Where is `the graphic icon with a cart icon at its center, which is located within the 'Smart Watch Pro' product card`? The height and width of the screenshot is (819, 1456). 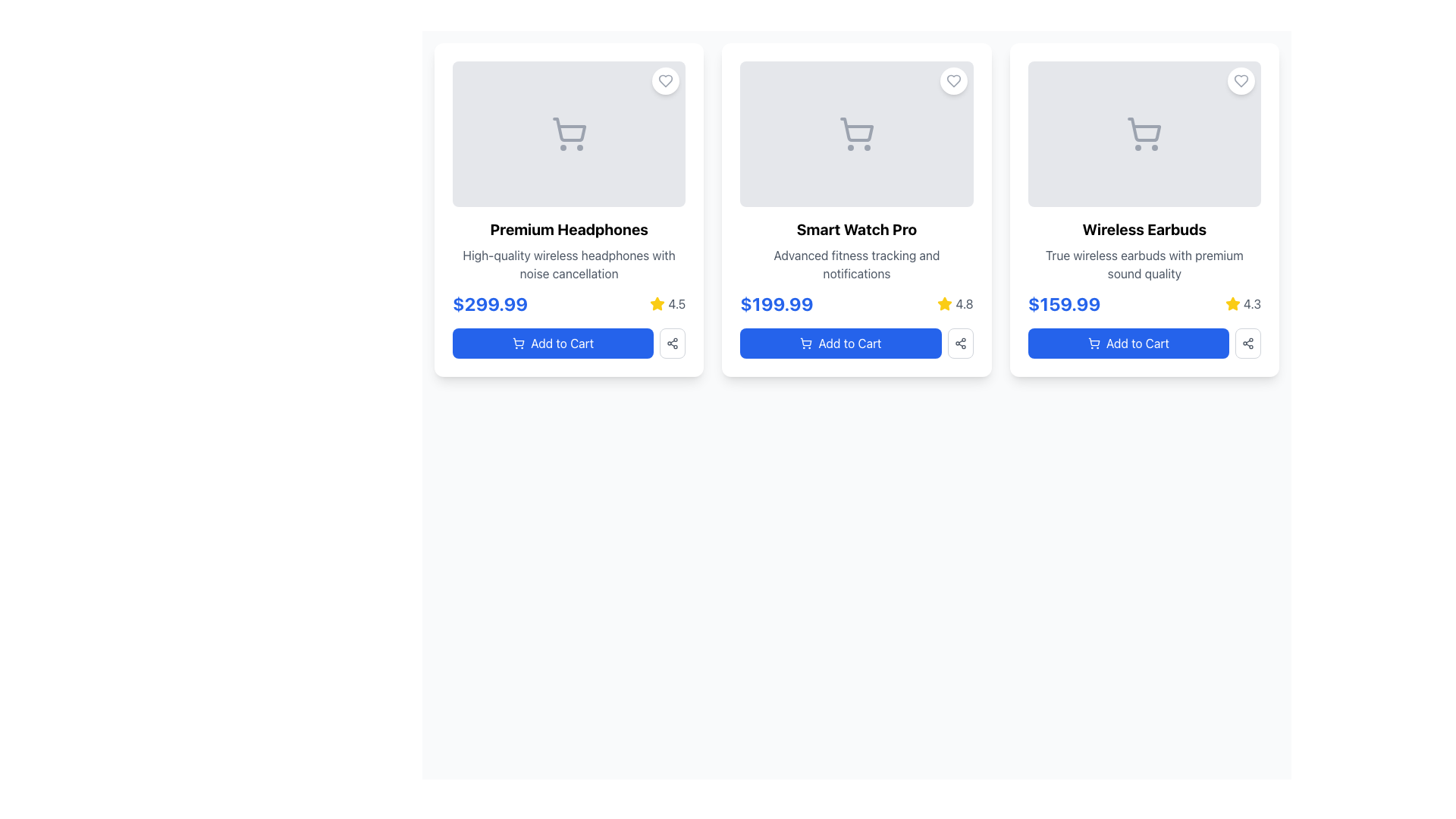 the graphic icon with a cart icon at its center, which is located within the 'Smart Watch Pro' product card is located at coordinates (856, 133).